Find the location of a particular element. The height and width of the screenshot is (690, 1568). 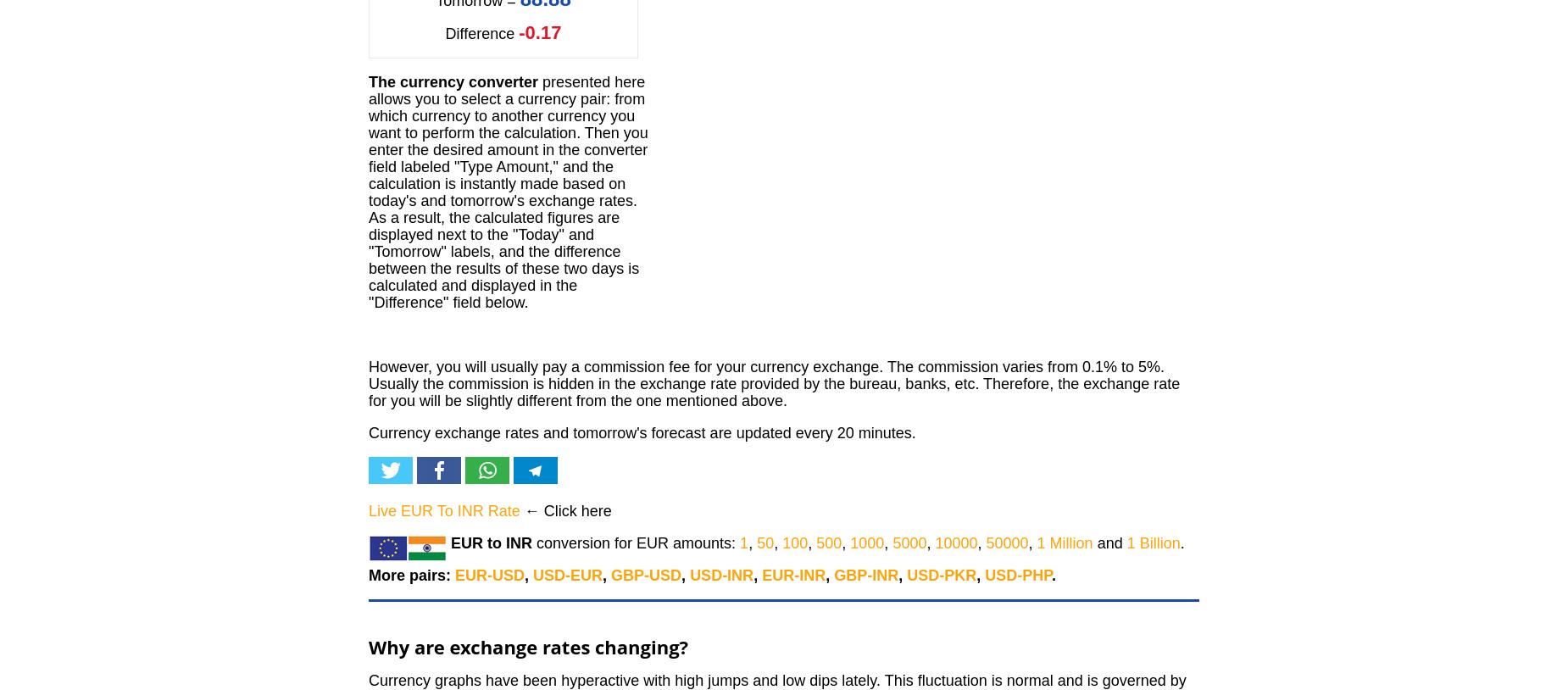

'← Click here' is located at coordinates (564, 510).